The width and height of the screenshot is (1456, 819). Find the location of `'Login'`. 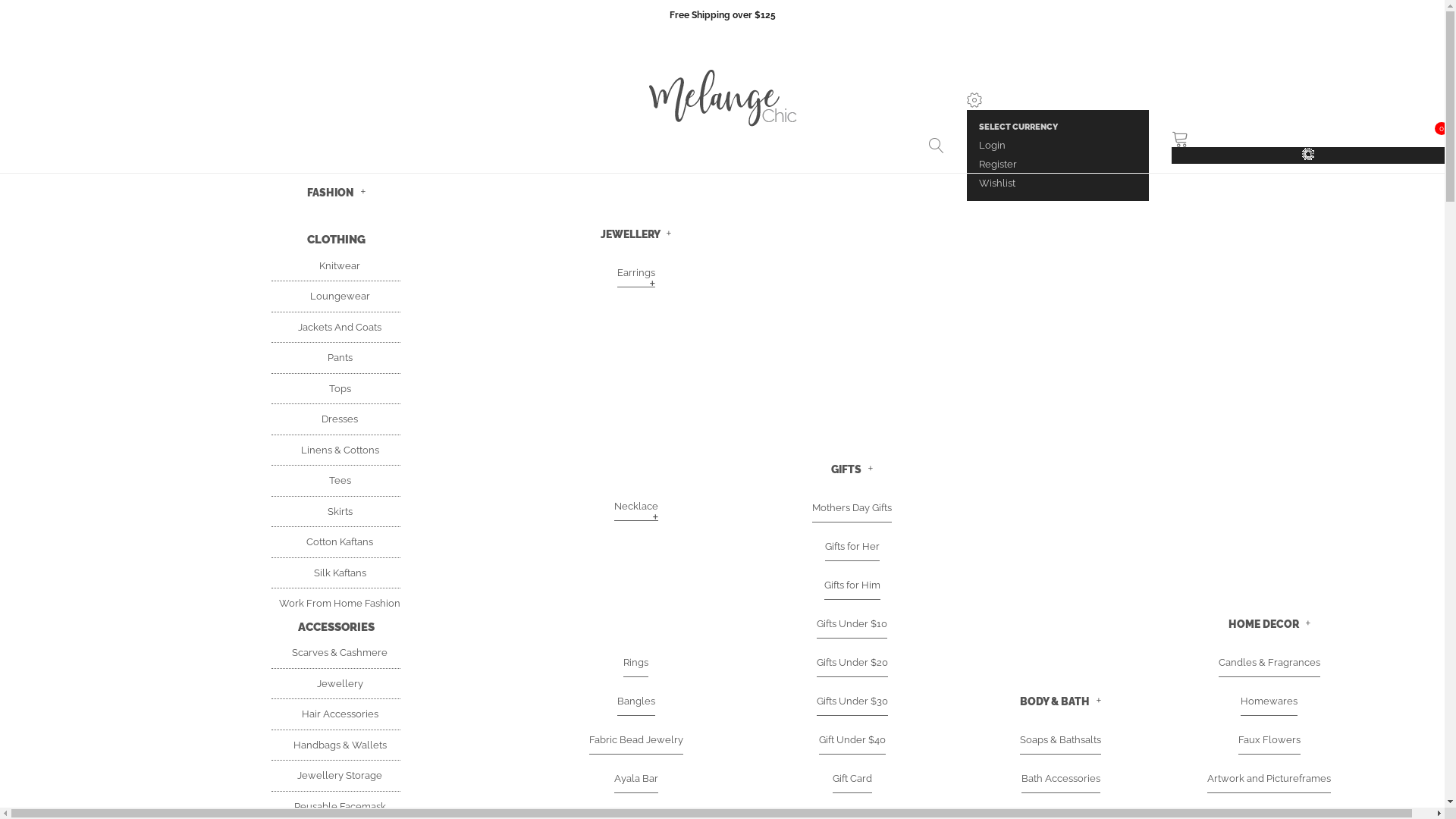

'Login' is located at coordinates (992, 145).